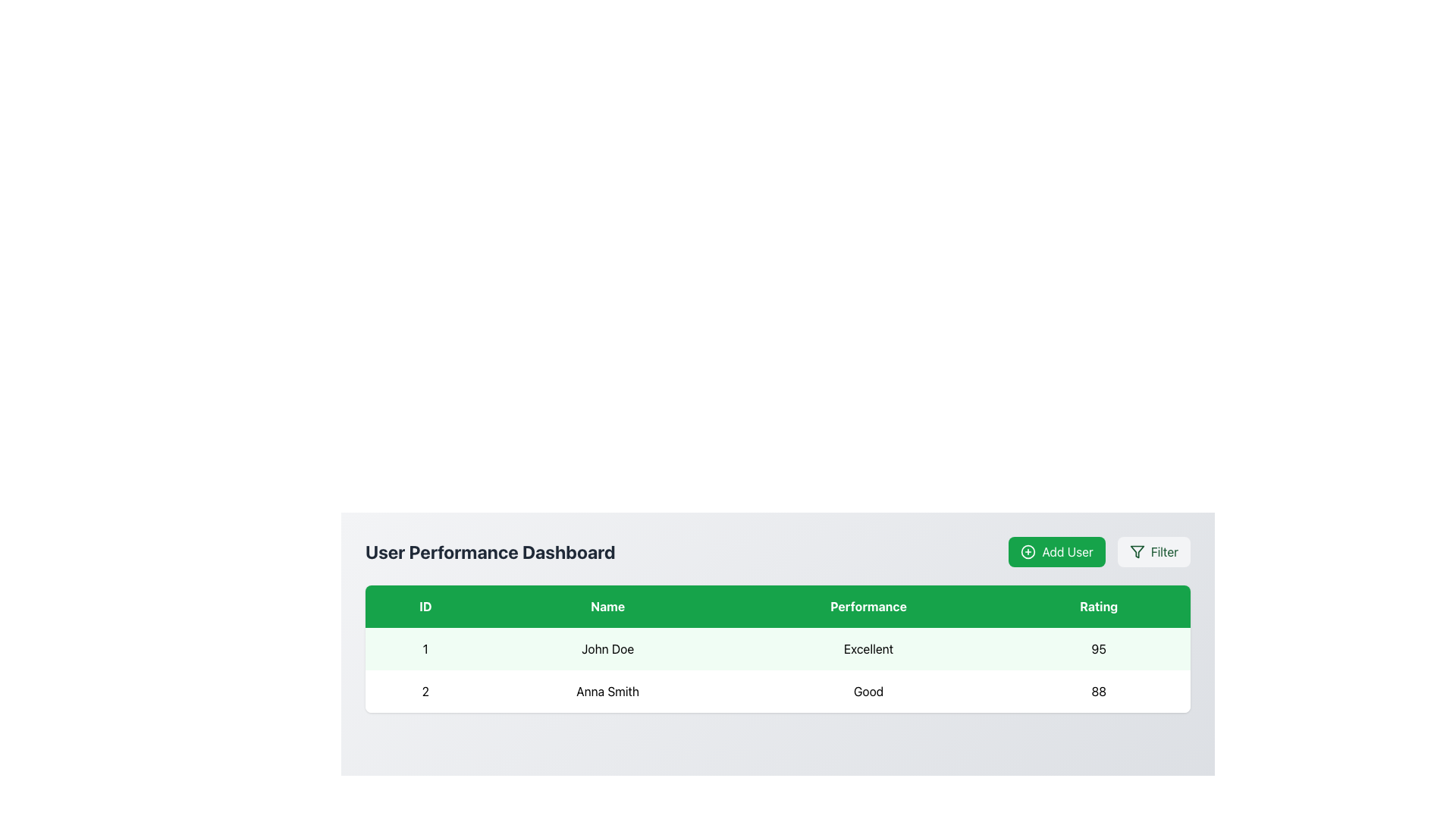  What do you see at coordinates (1137, 552) in the screenshot?
I see `the filter icon located within the 'Filter' button` at bounding box center [1137, 552].